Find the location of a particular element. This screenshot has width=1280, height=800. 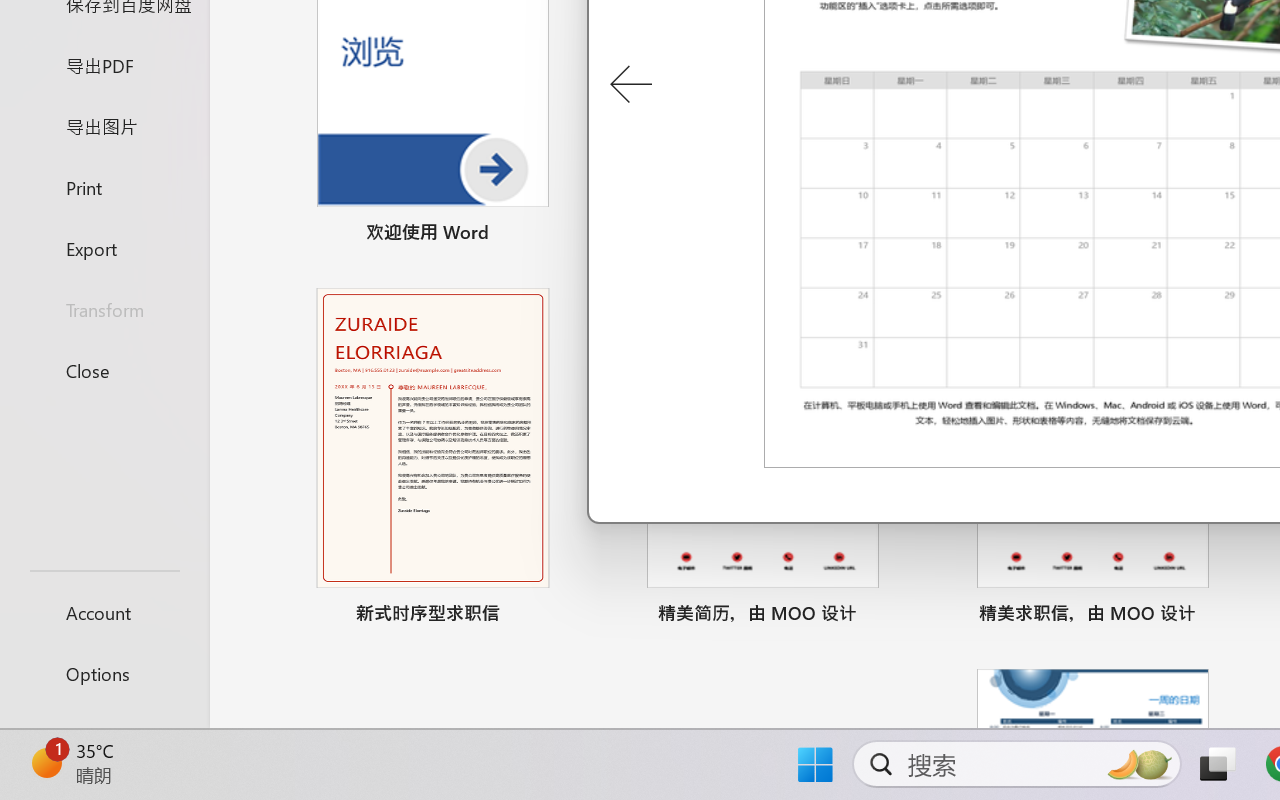

'Pin to list' is located at coordinates (1222, 616).